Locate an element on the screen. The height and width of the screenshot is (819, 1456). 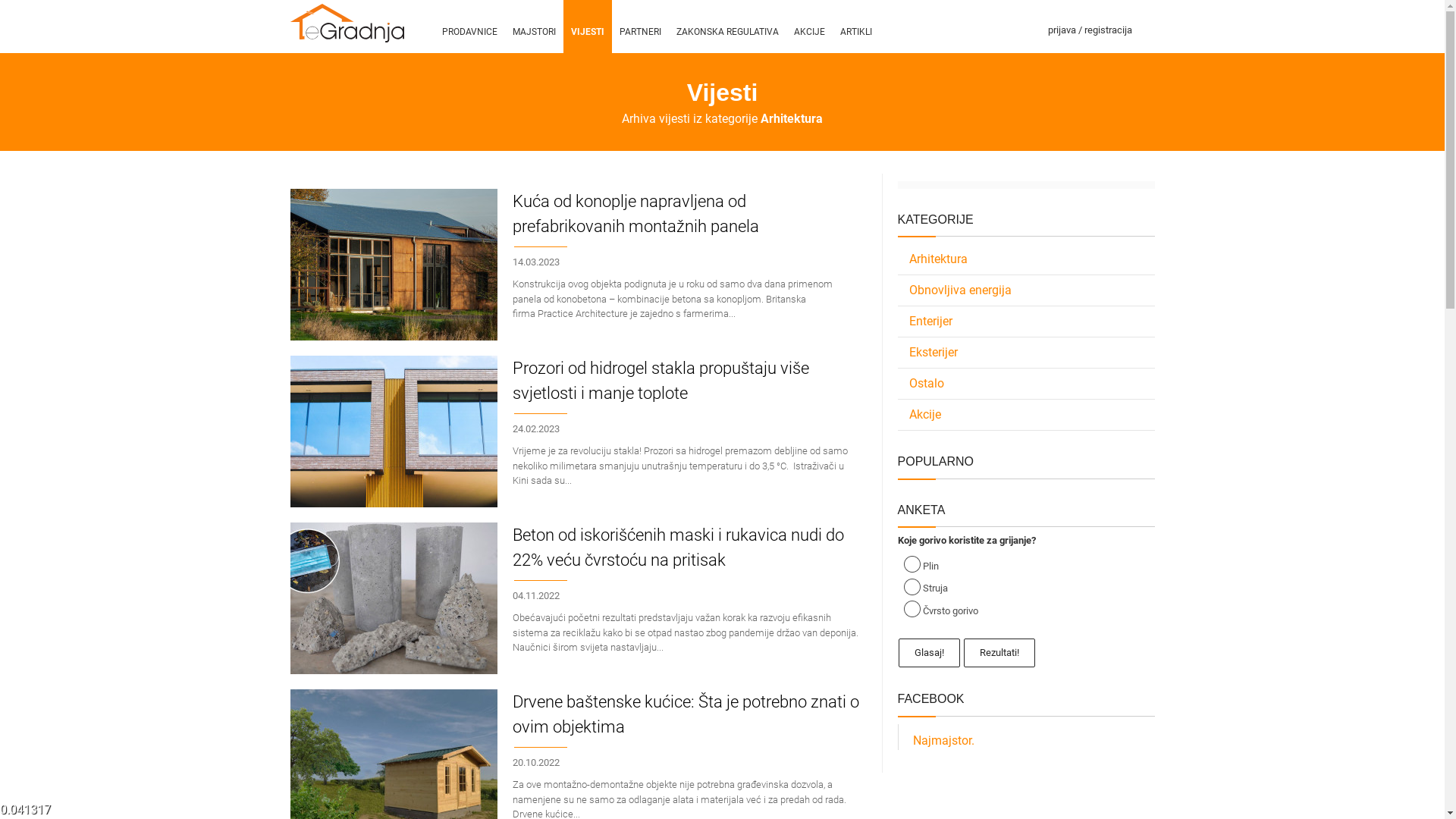
'ZAKONSKA REGULATIVA' is located at coordinates (668, 26).